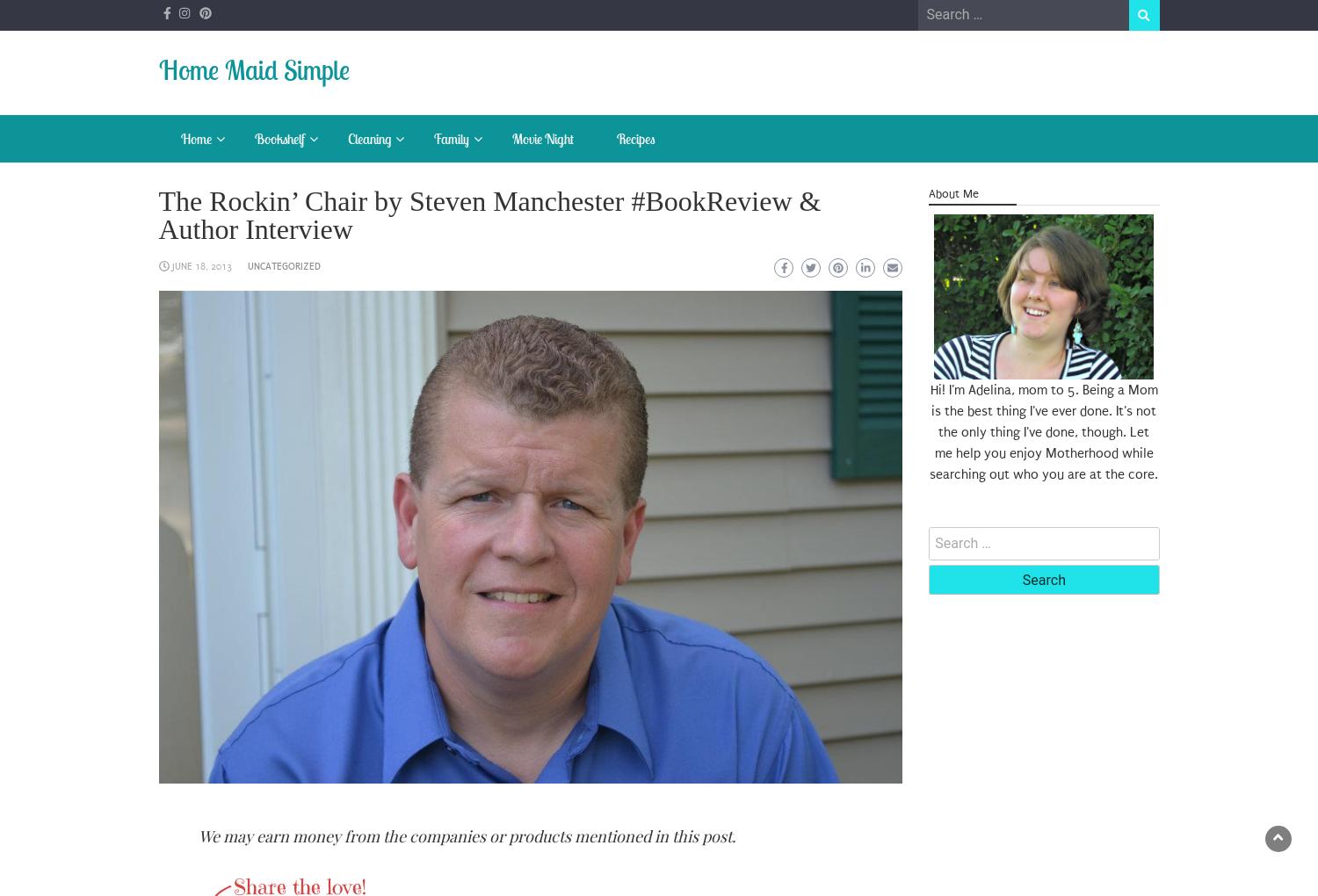  I want to click on 'Home Maid Simple', so click(253, 69).